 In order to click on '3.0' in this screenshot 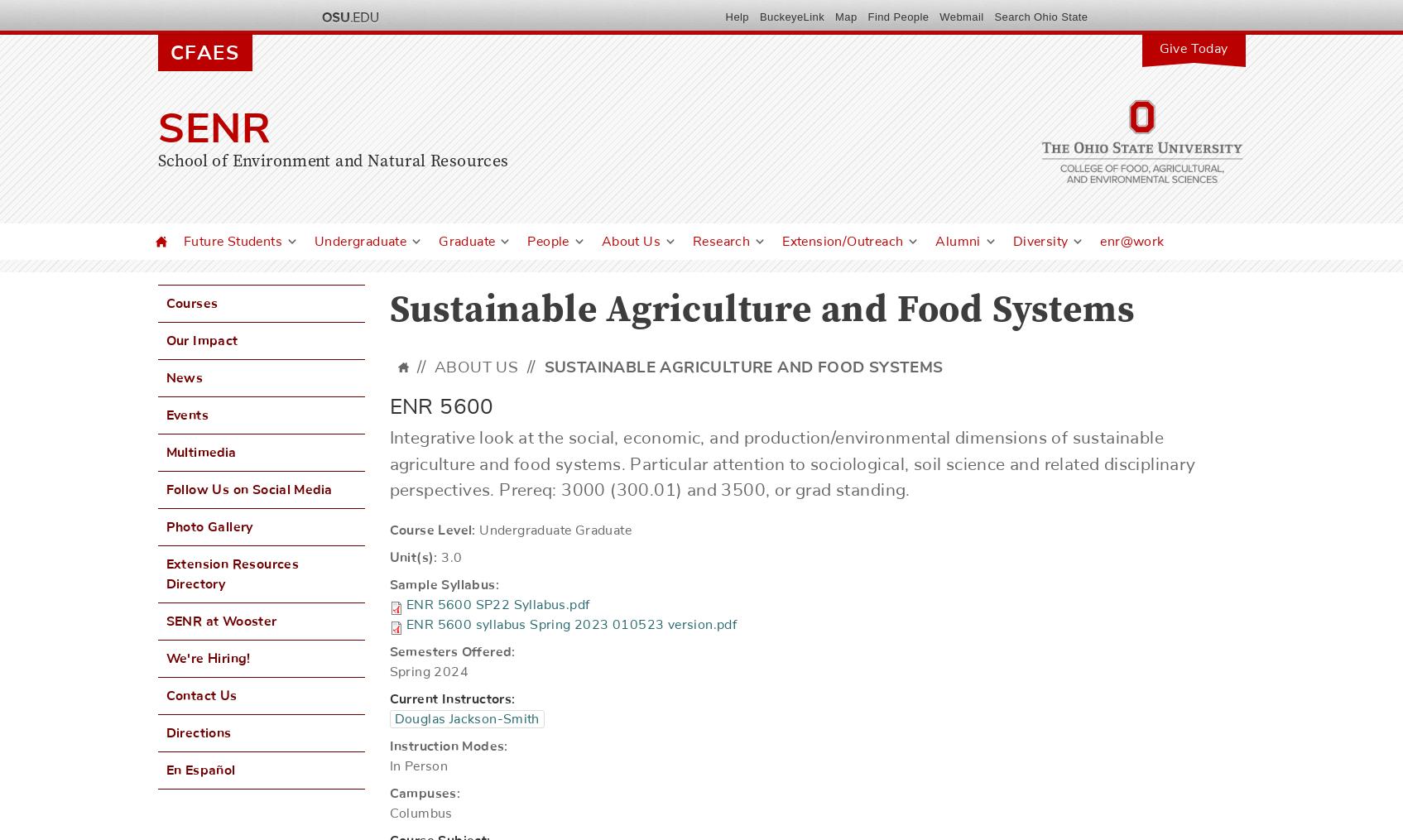, I will do `click(451, 557)`.